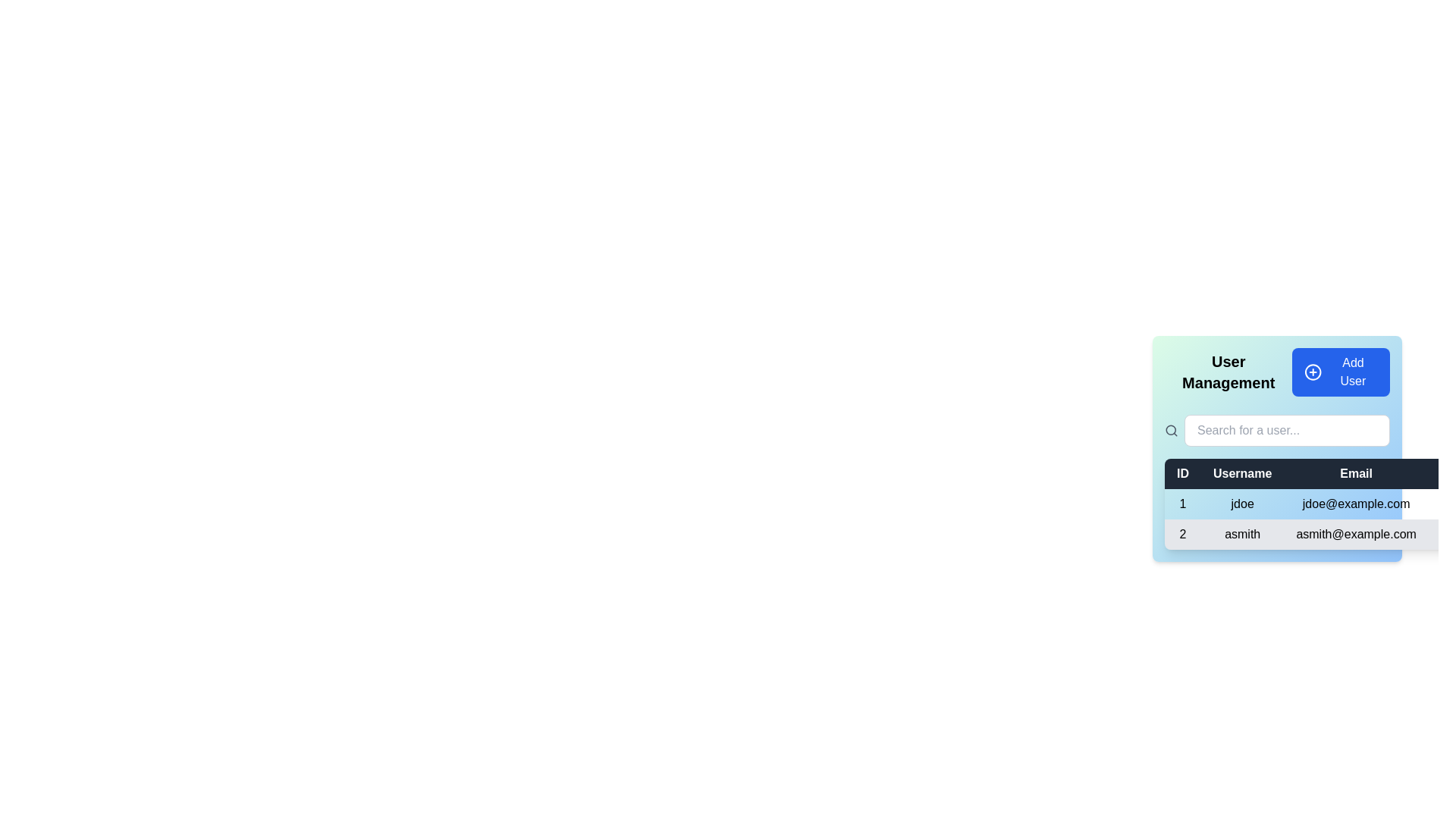 The height and width of the screenshot is (819, 1456). What do you see at coordinates (1340, 372) in the screenshot?
I see `the 'Add User' button located in the top-right section of the 'User Management' header to initiate the 'Add User' function` at bounding box center [1340, 372].